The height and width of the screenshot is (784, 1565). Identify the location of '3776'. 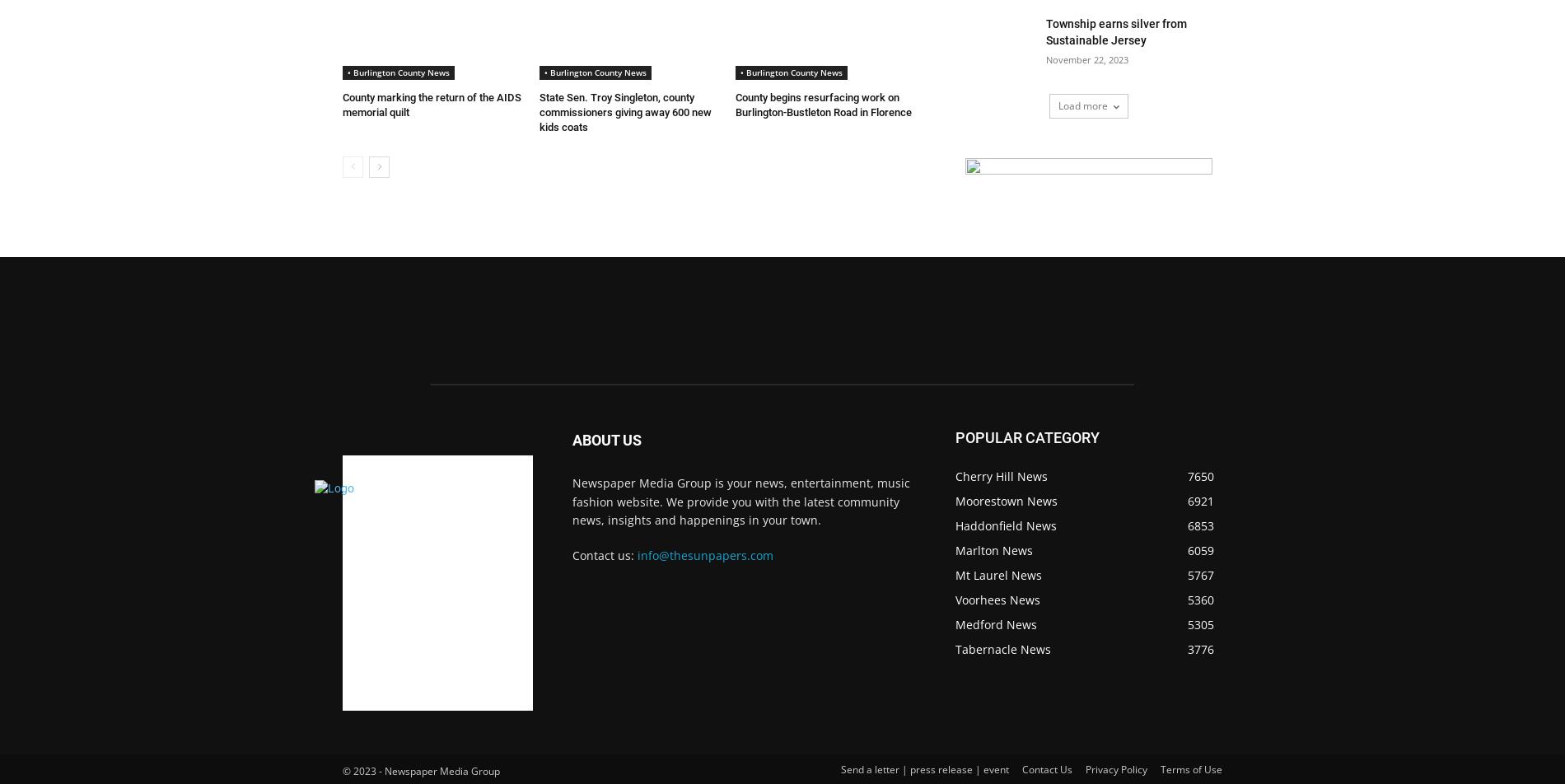
(1201, 649).